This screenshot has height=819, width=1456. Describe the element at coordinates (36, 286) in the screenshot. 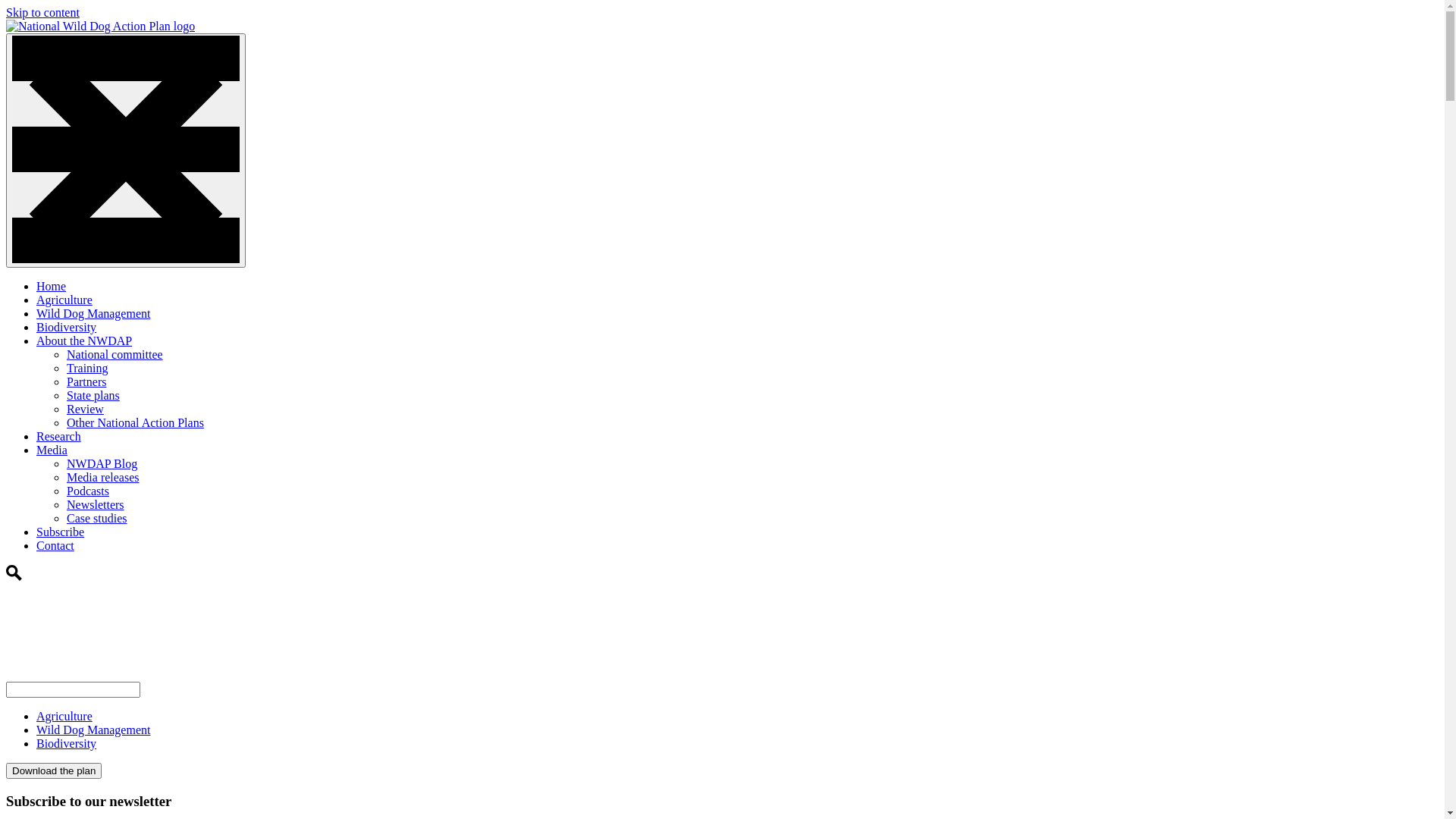

I see `'Home'` at that location.